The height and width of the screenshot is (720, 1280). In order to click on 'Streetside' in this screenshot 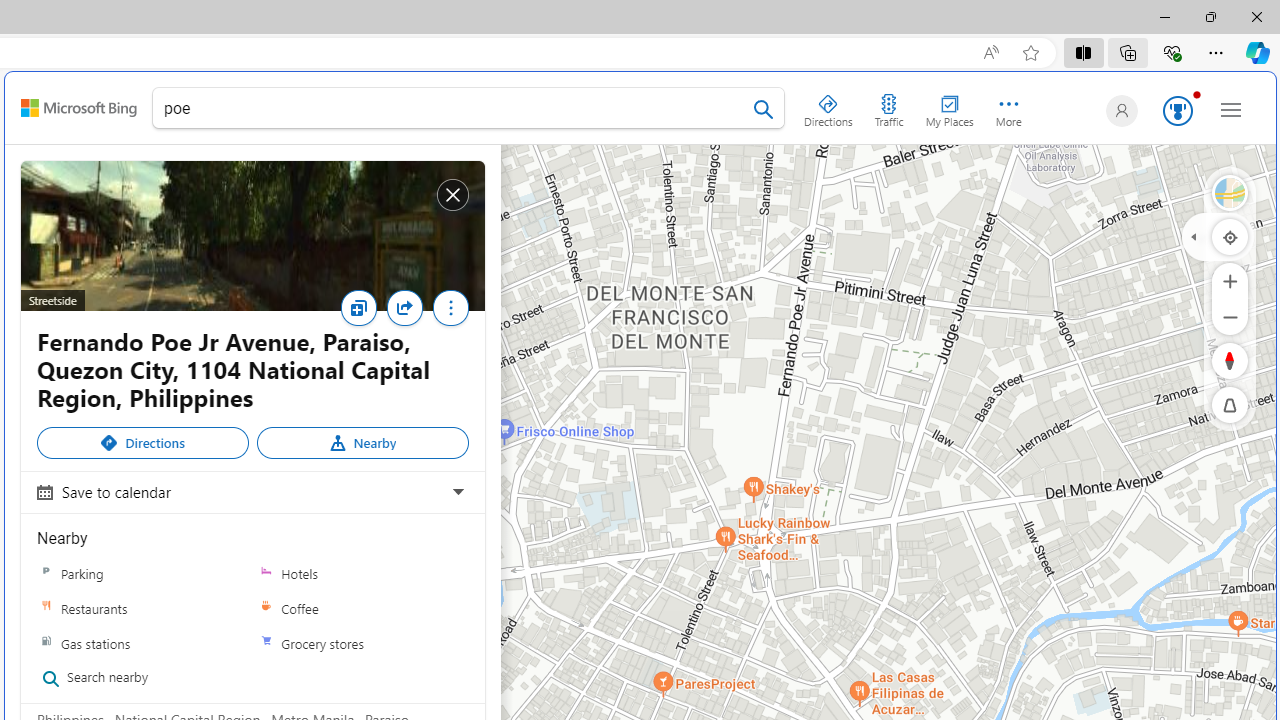, I will do `click(251, 235)`.